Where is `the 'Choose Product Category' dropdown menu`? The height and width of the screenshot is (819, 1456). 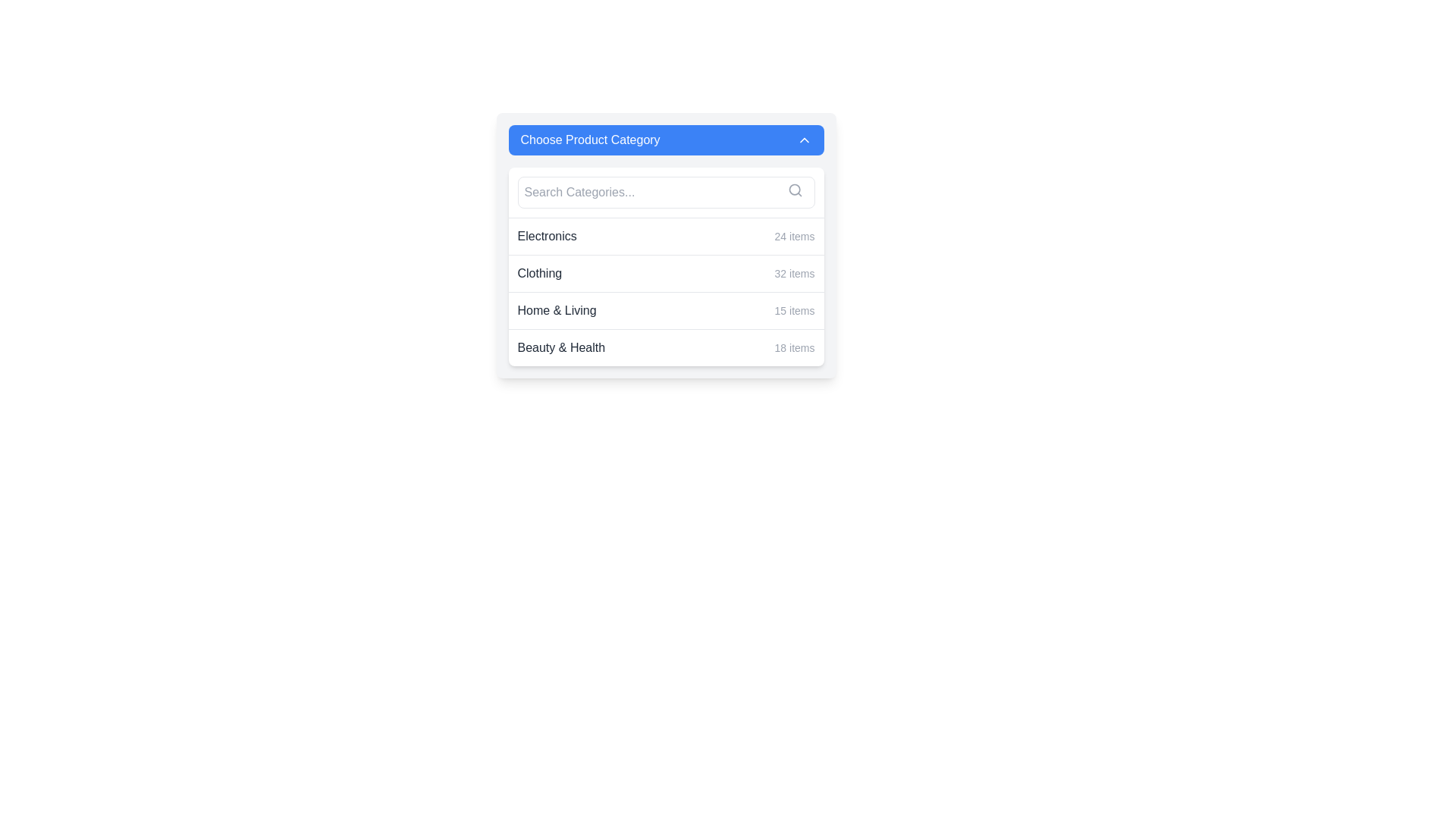
the 'Choose Product Category' dropdown menu is located at coordinates (666, 292).